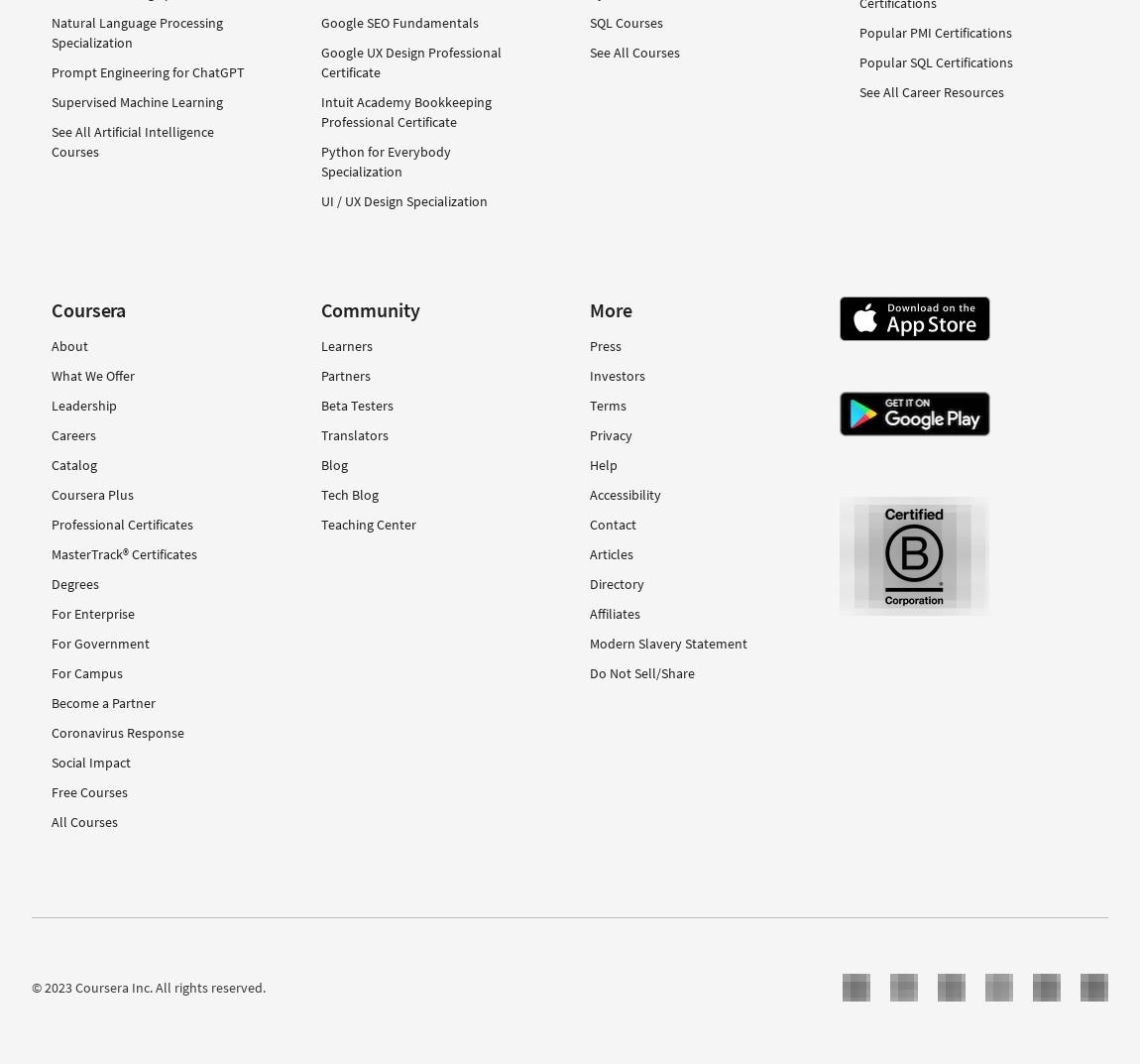 This screenshot has height=1064, width=1140. What do you see at coordinates (610, 552) in the screenshot?
I see `'Articles'` at bounding box center [610, 552].